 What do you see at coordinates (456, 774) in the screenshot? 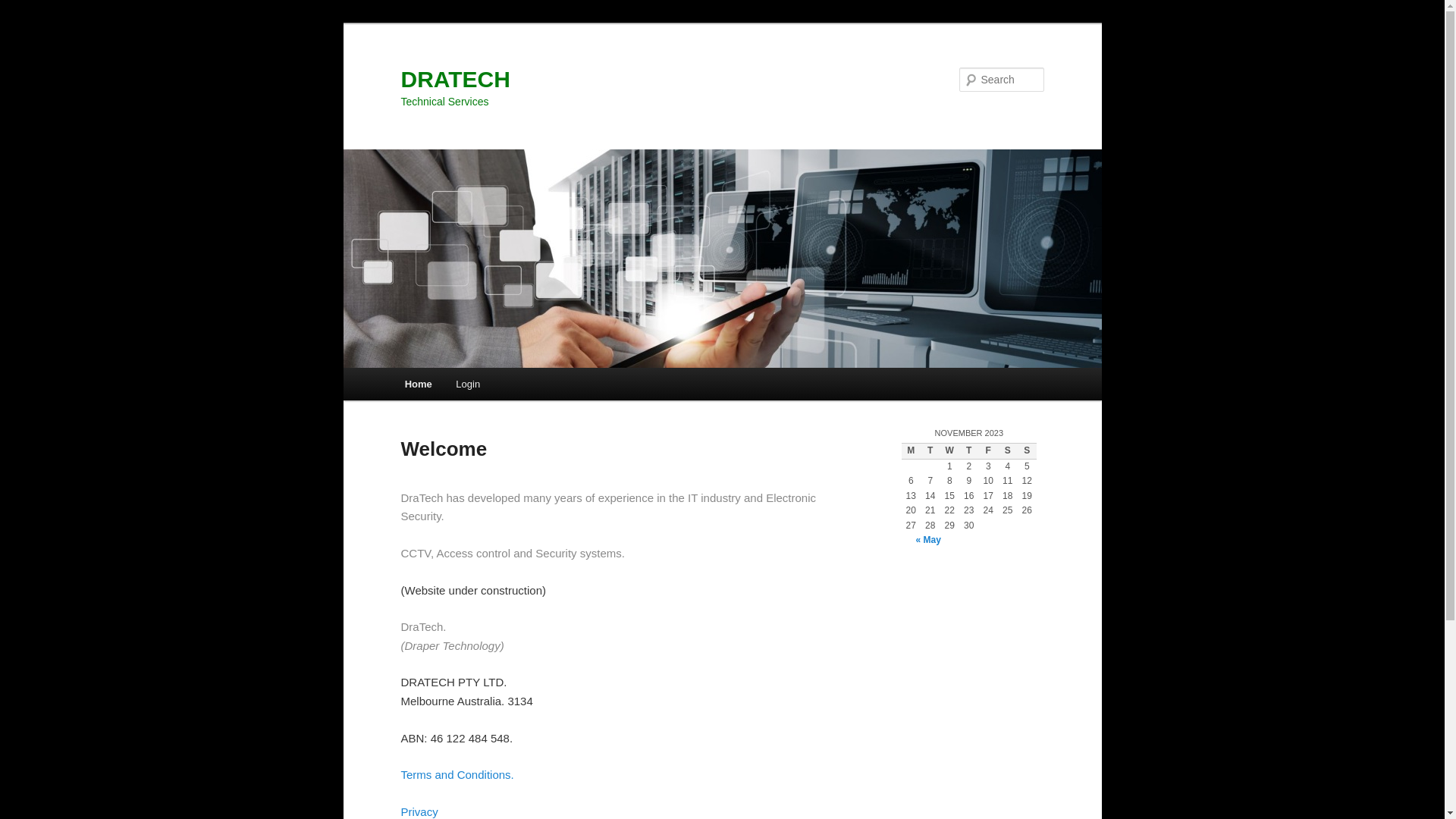
I see `'Terms and Conditions.'` at bounding box center [456, 774].